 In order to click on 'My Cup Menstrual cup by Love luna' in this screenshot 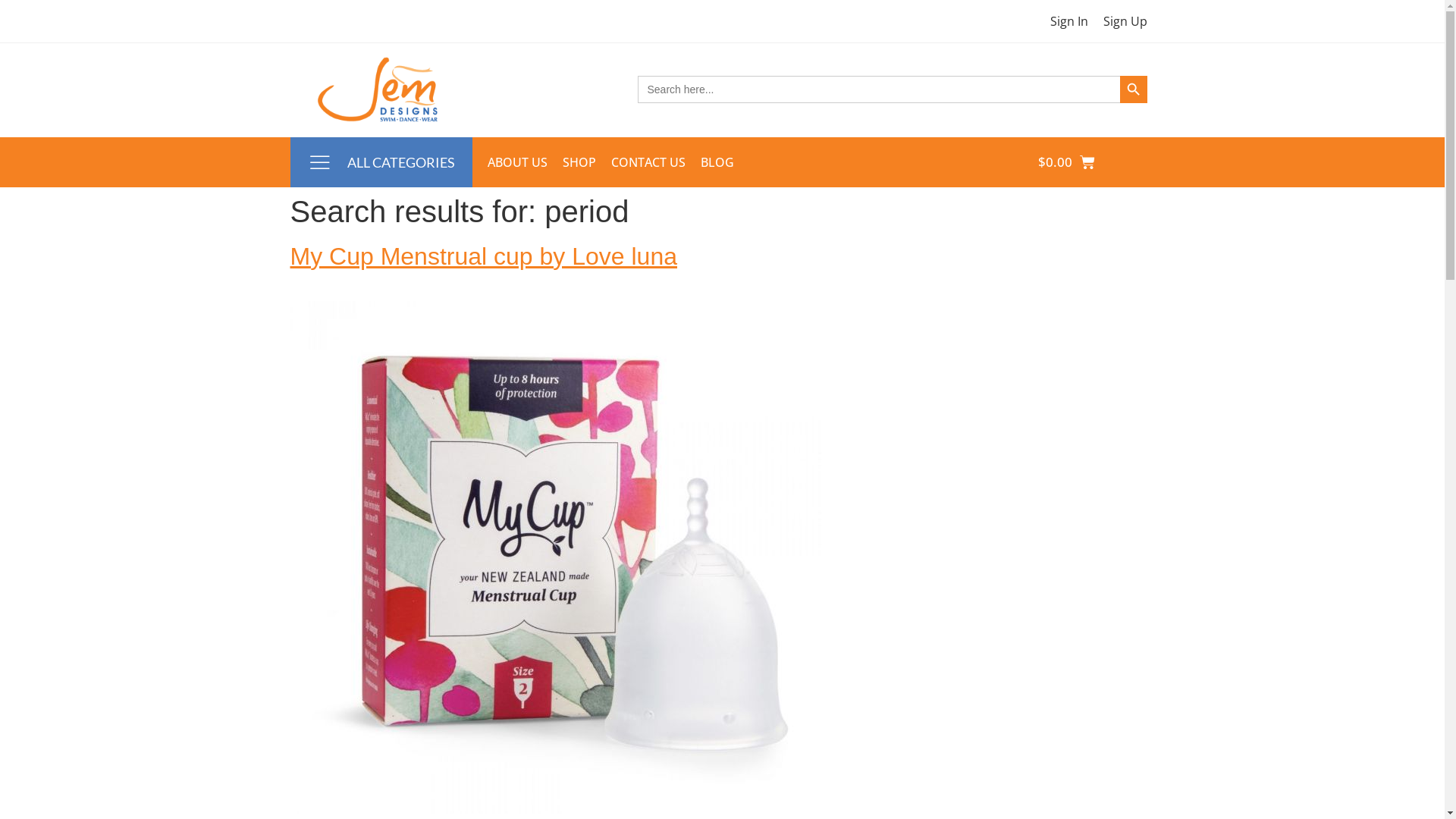, I will do `click(482, 256)`.